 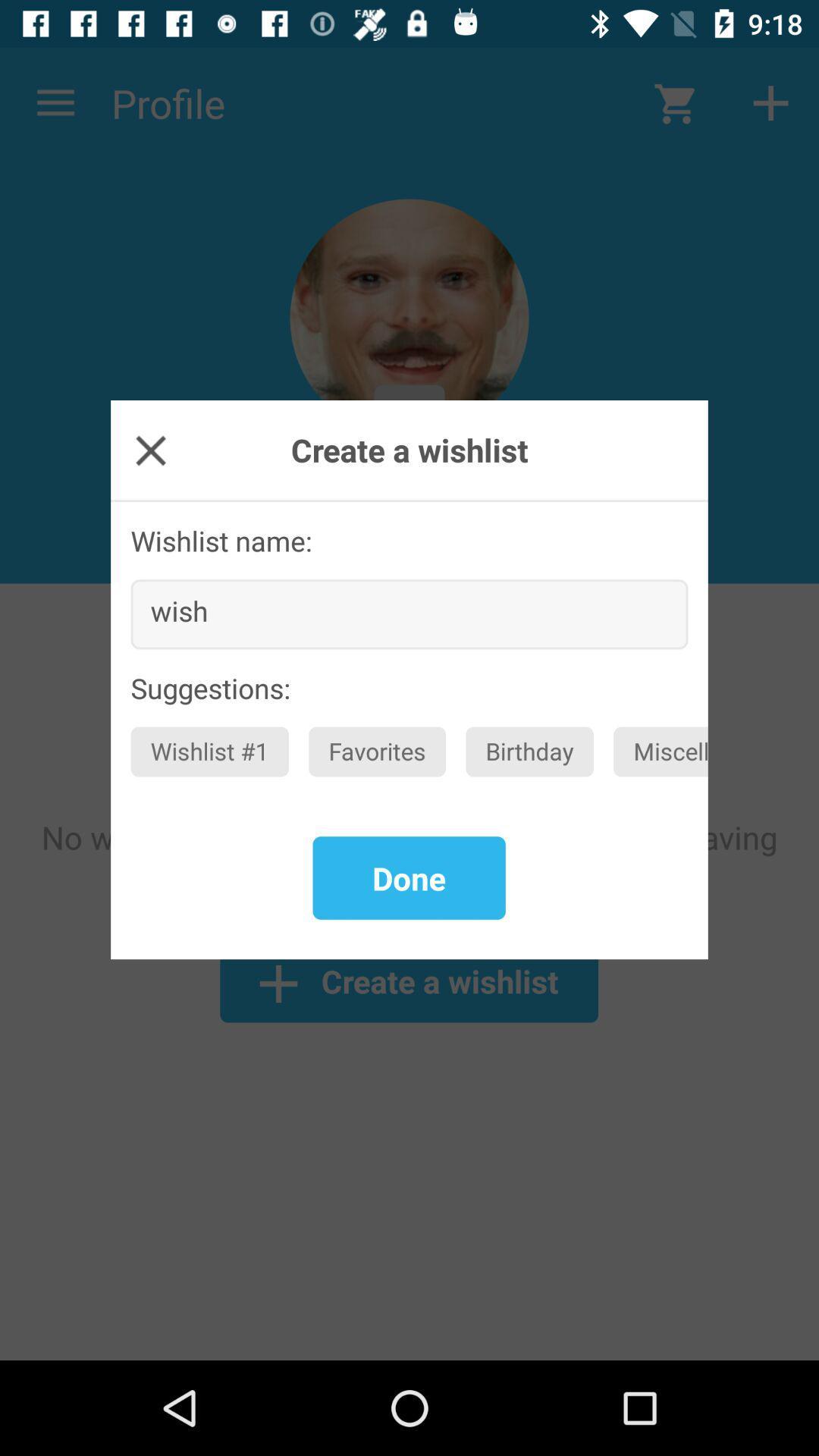 I want to click on the list, so click(x=151, y=449).